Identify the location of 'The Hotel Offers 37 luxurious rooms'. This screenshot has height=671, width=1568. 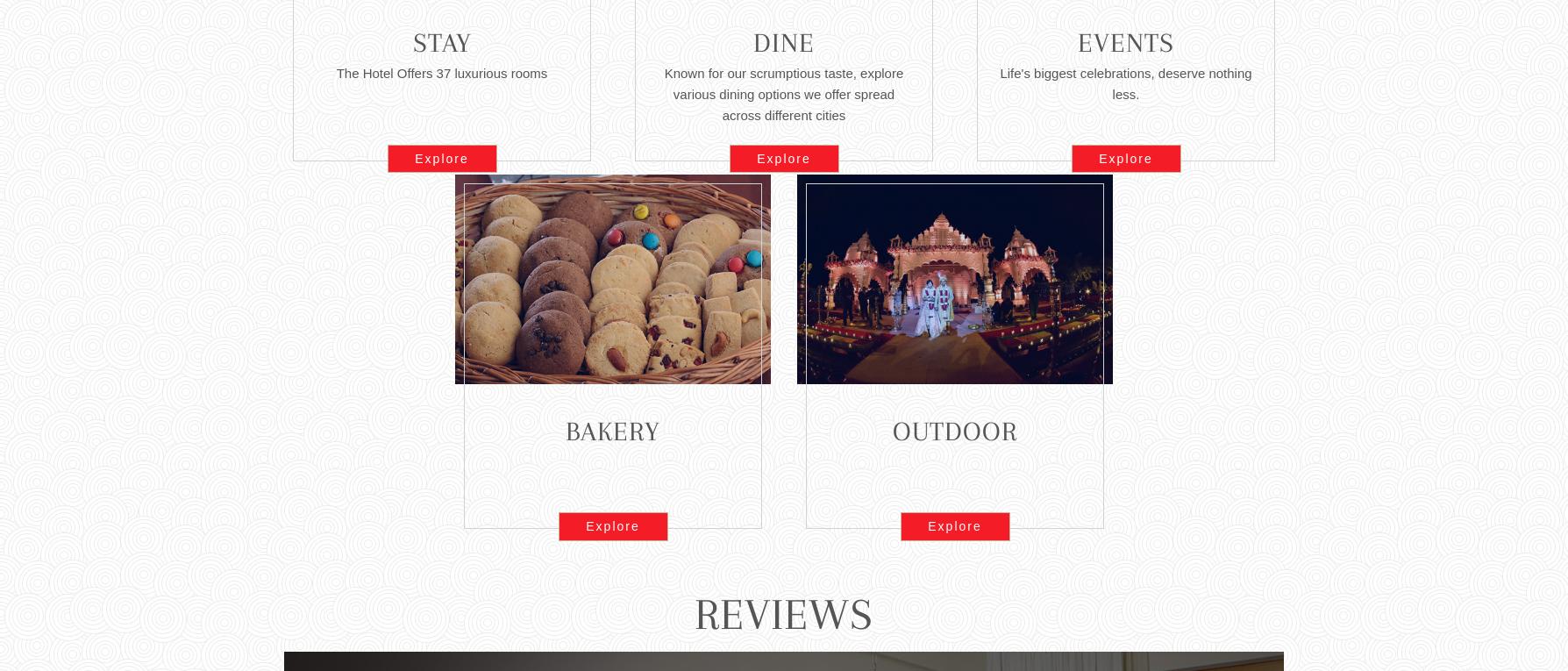
(441, 72).